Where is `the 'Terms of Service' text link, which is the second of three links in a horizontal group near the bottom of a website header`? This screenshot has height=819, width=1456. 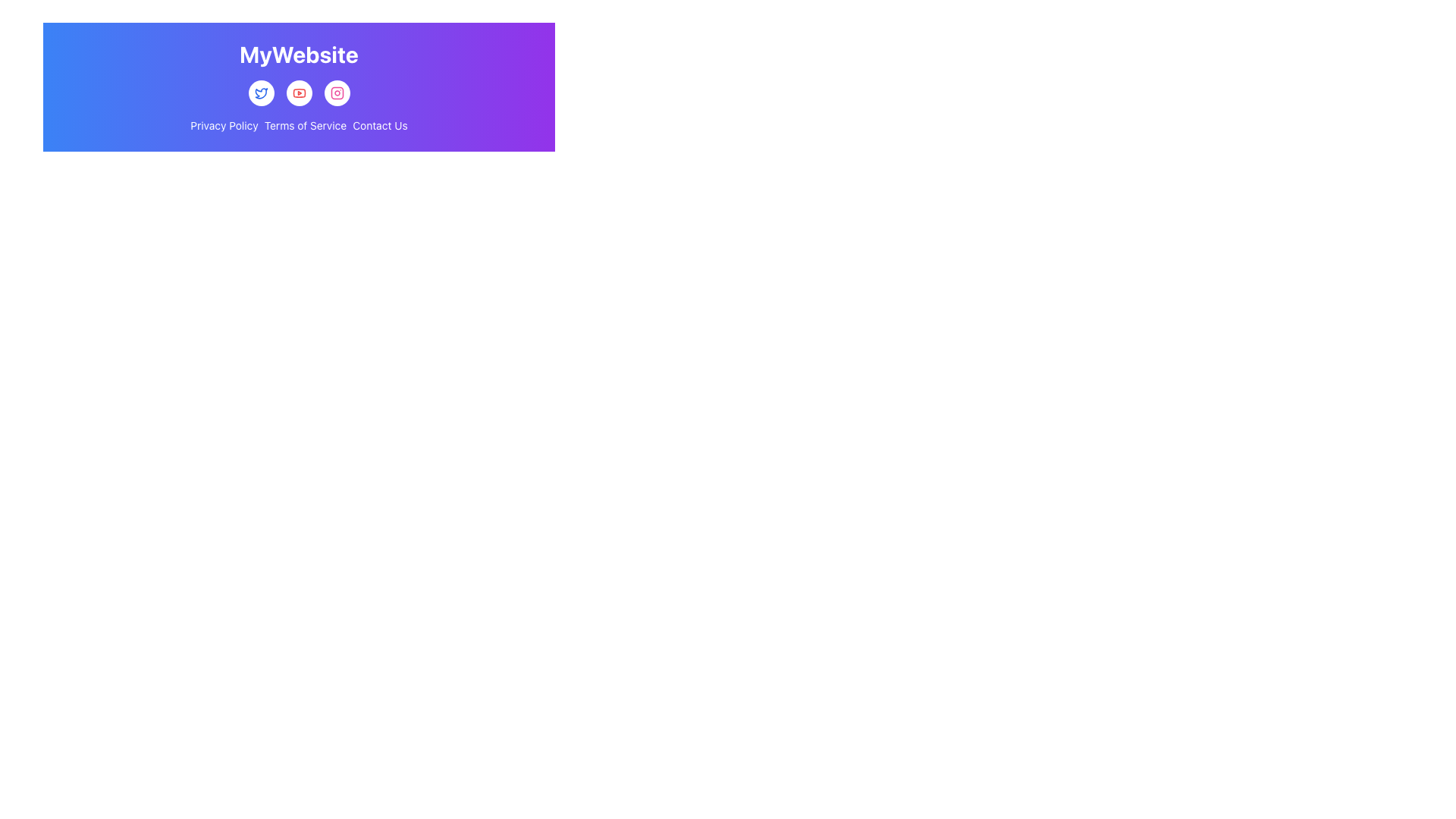 the 'Terms of Service' text link, which is the second of three links in a horizontal group near the bottom of a website header is located at coordinates (305, 124).